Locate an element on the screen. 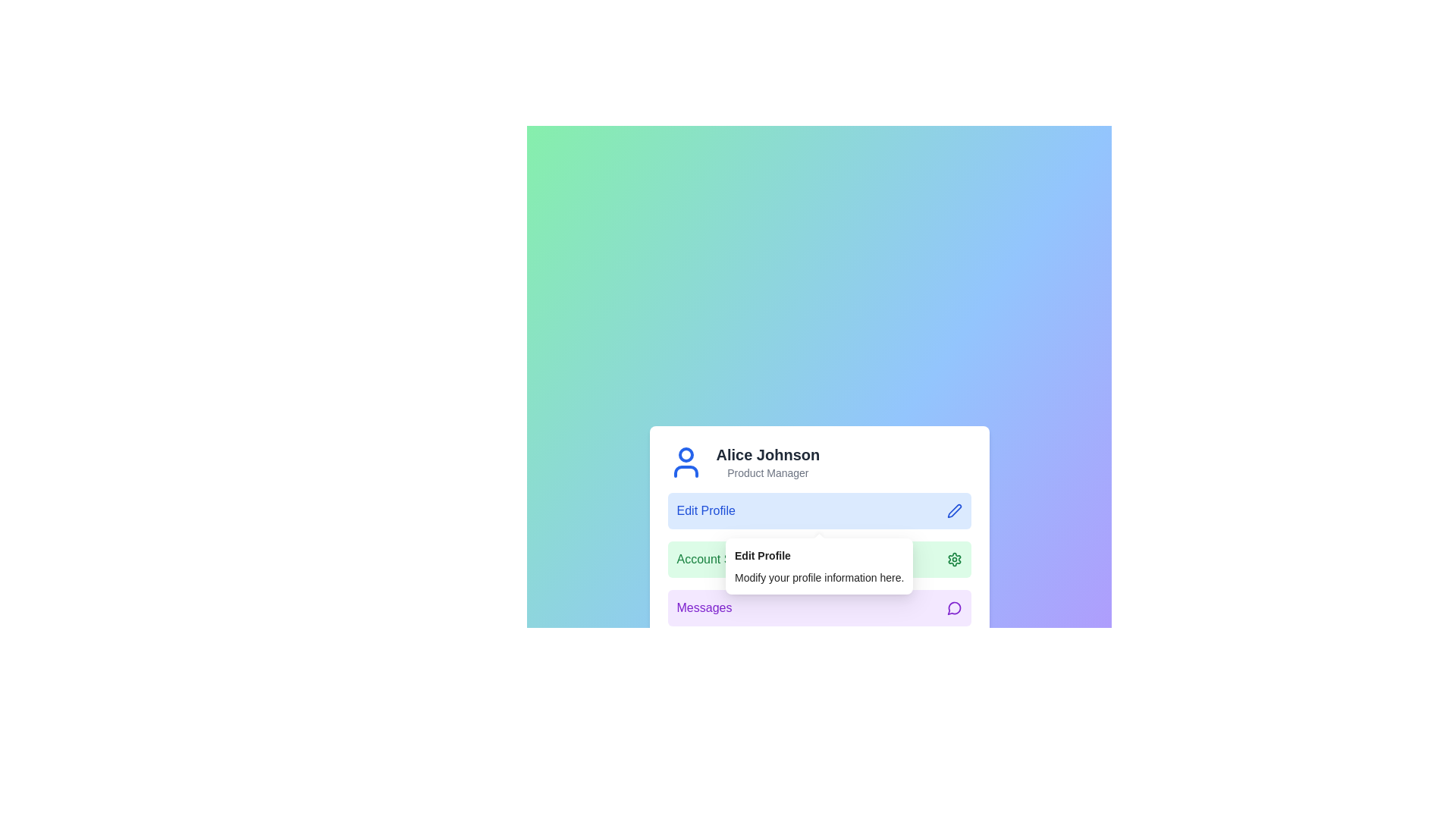 The image size is (1456, 819). the icon button resembling a pen, located to the right of the 'Edit Profile' button within the user profile information card is located at coordinates (953, 511).